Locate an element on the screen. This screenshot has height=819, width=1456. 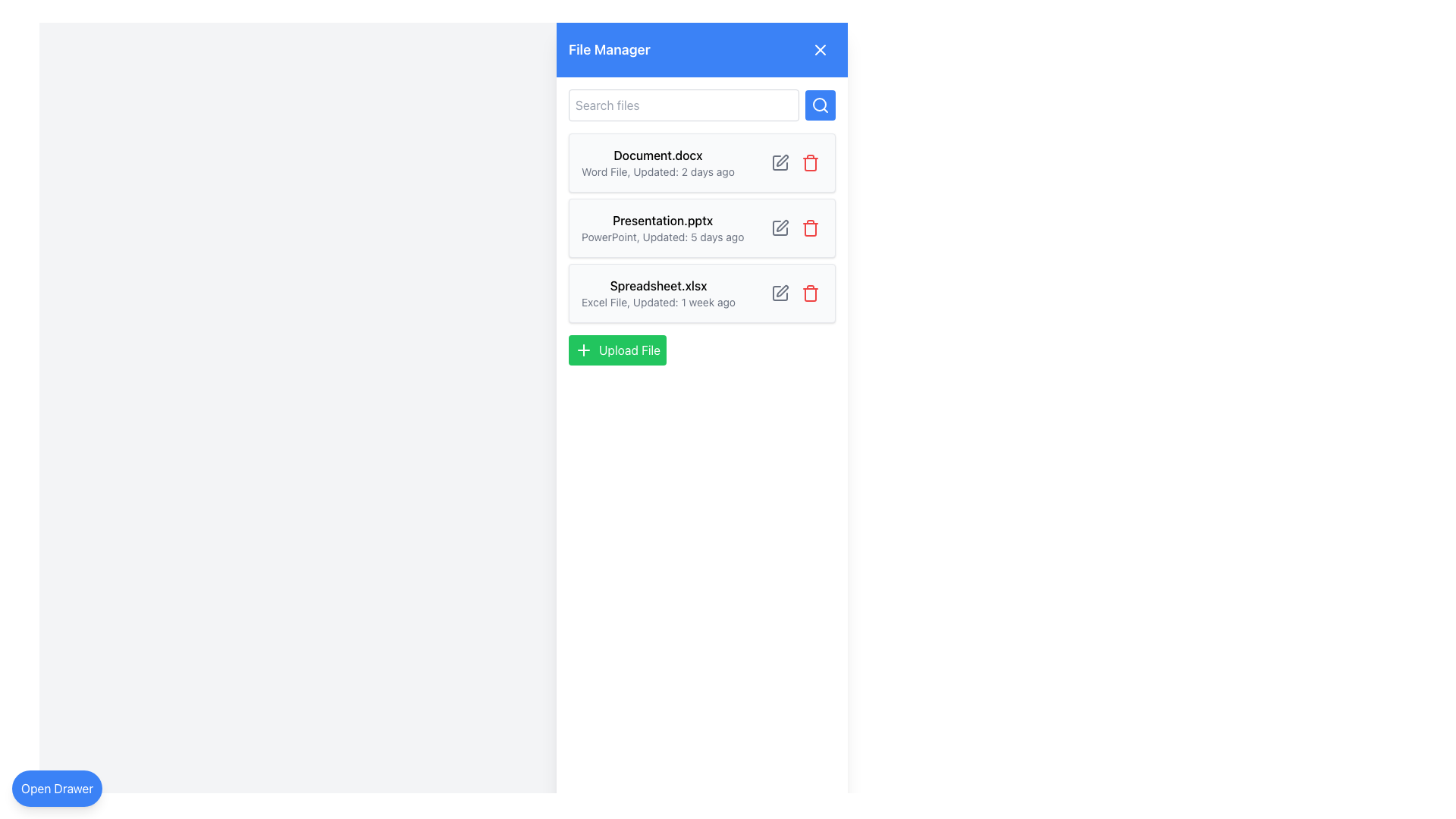
the icon button located to the immediate right of the 'Presentation.pptx' file in the second row of the document list is located at coordinates (783, 225).